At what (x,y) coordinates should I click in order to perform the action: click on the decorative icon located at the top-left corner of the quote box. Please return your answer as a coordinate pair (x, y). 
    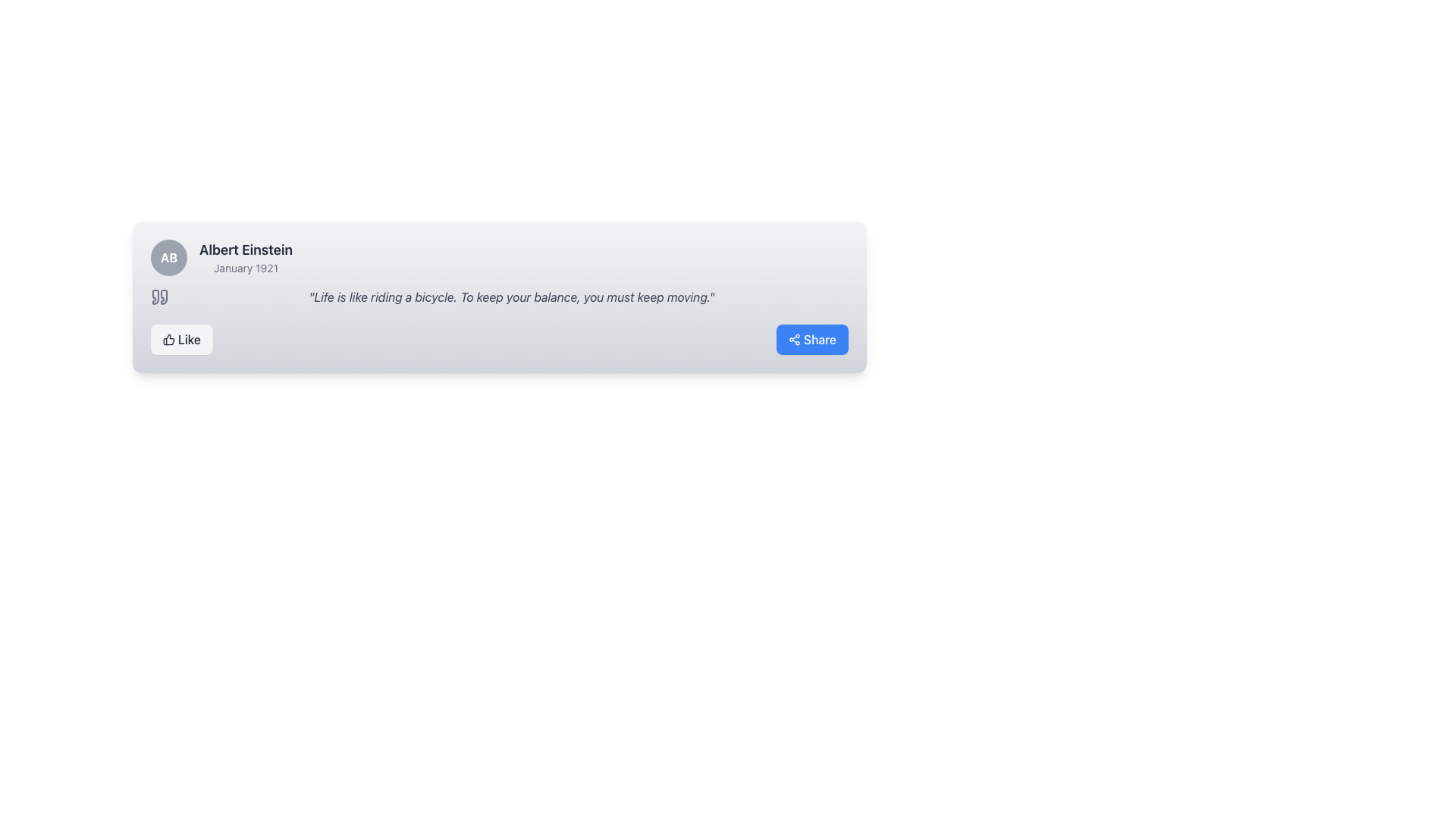
    Looking at the image, I should click on (160, 297).